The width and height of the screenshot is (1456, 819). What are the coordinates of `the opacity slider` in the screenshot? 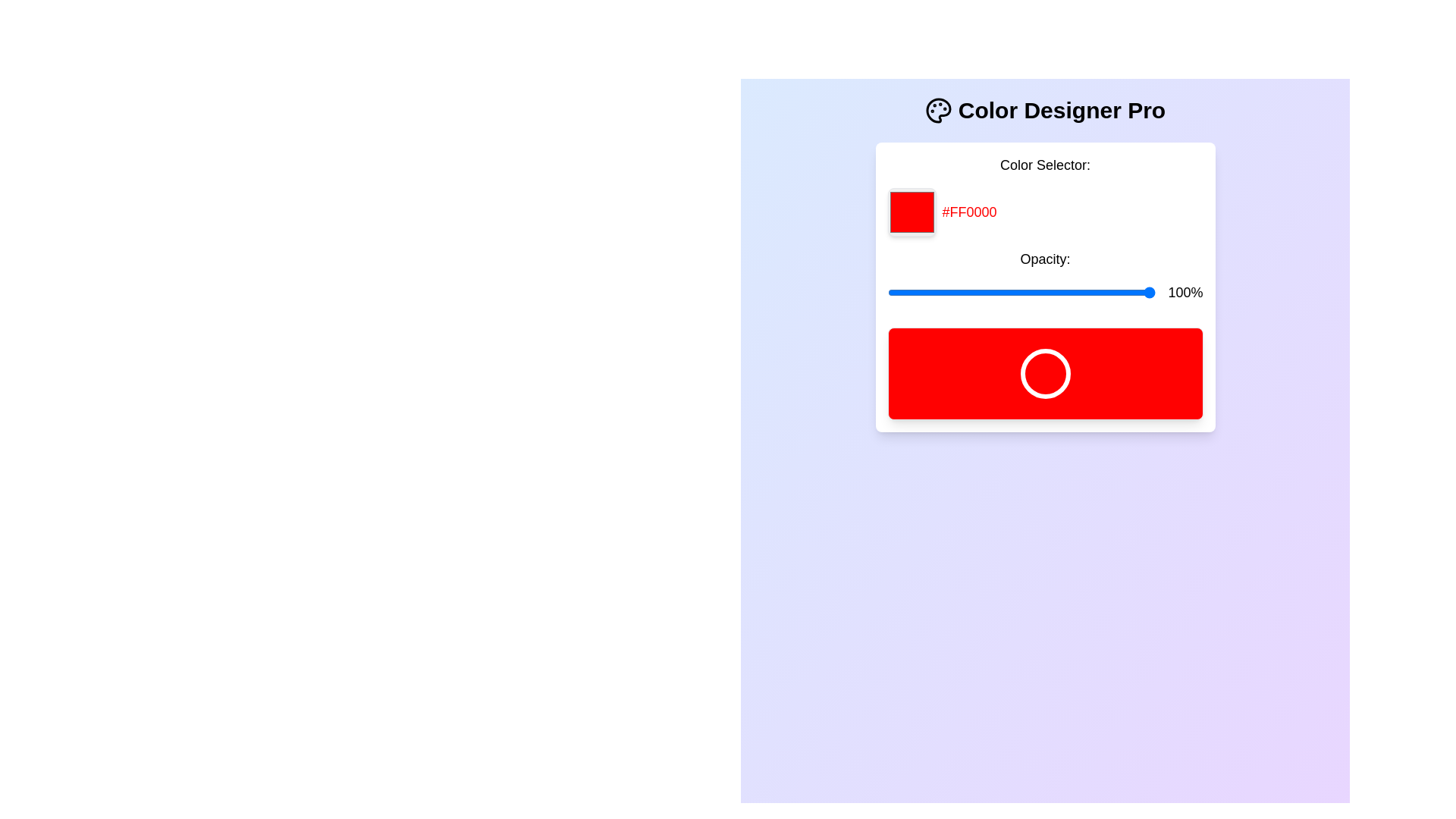 It's located at (1121, 292).